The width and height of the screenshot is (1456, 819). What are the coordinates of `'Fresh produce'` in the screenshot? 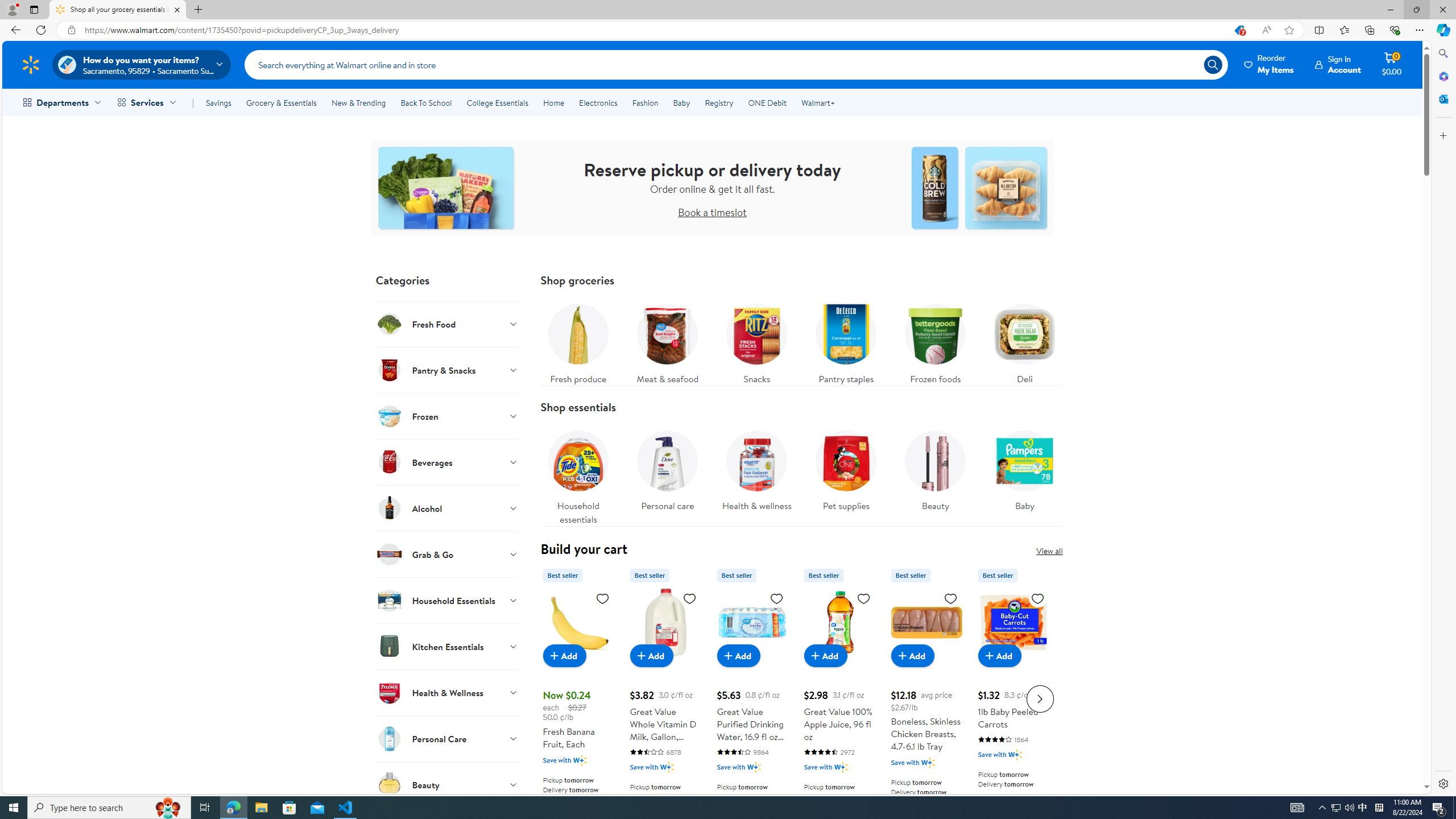 It's located at (577, 340).